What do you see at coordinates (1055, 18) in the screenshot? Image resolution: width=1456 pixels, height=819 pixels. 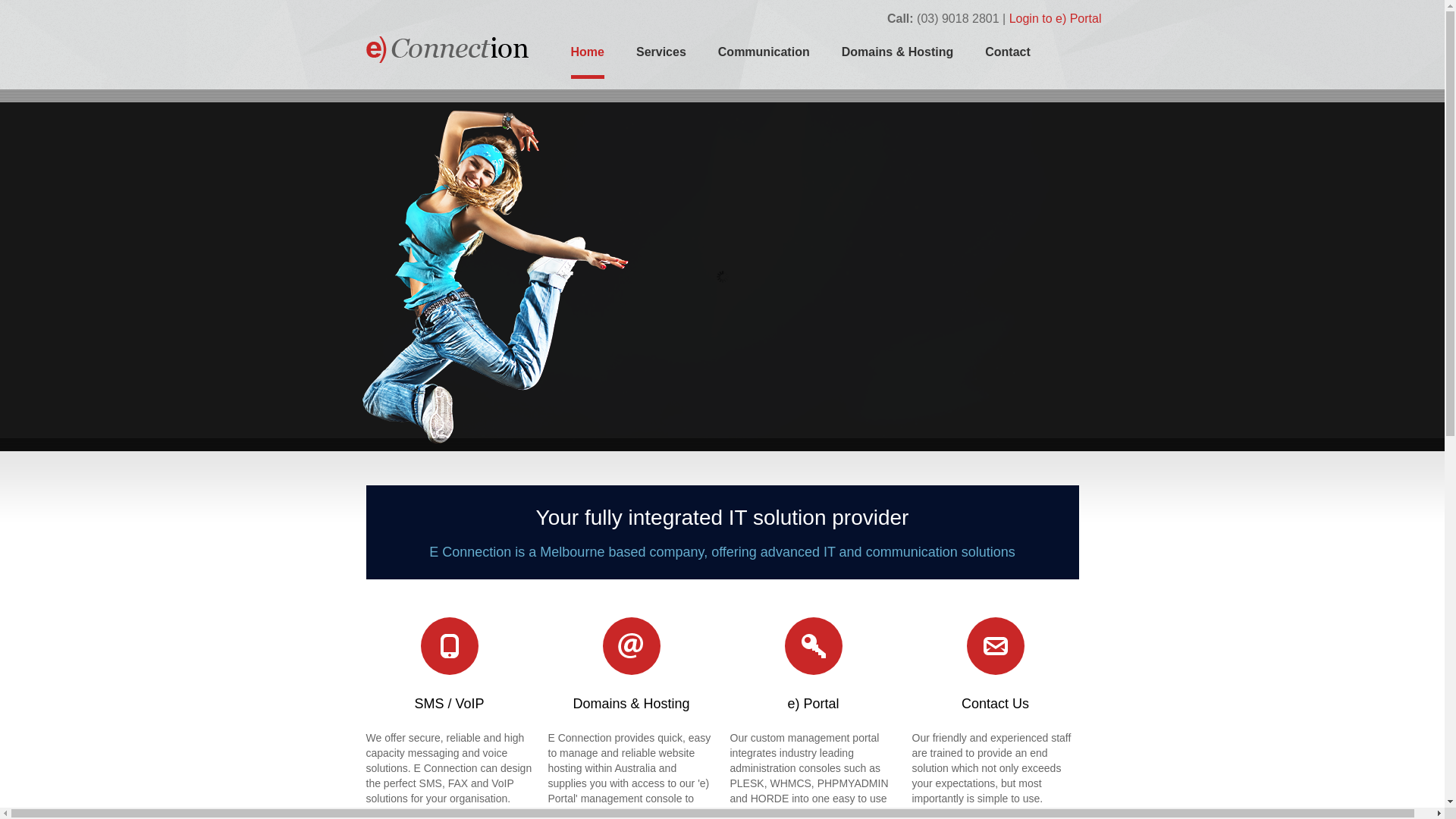 I see `'Login to e) Portal'` at bounding box center [1055, 18].